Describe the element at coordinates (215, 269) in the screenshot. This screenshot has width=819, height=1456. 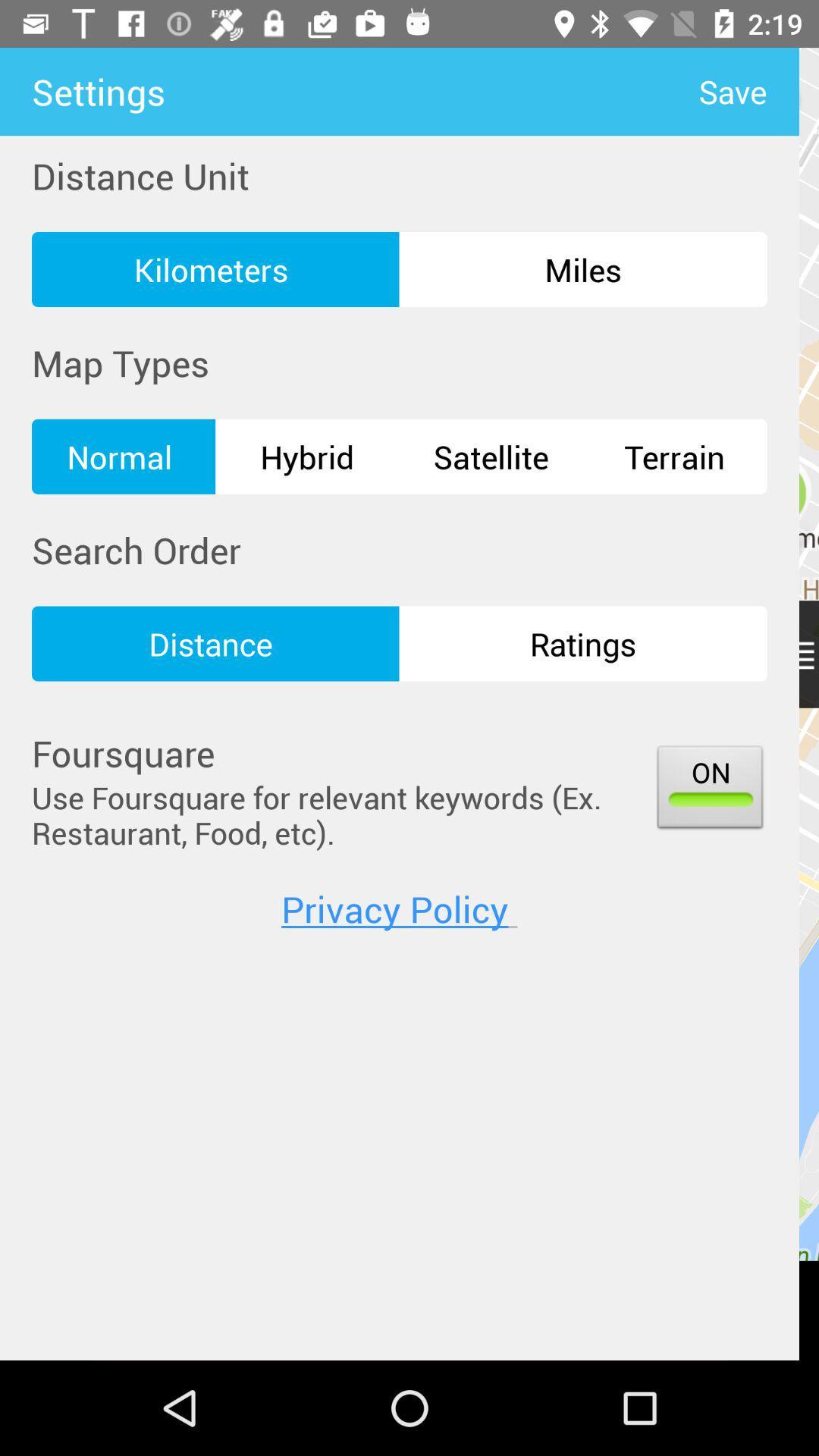
I see `the kilometers  icon` at that location.